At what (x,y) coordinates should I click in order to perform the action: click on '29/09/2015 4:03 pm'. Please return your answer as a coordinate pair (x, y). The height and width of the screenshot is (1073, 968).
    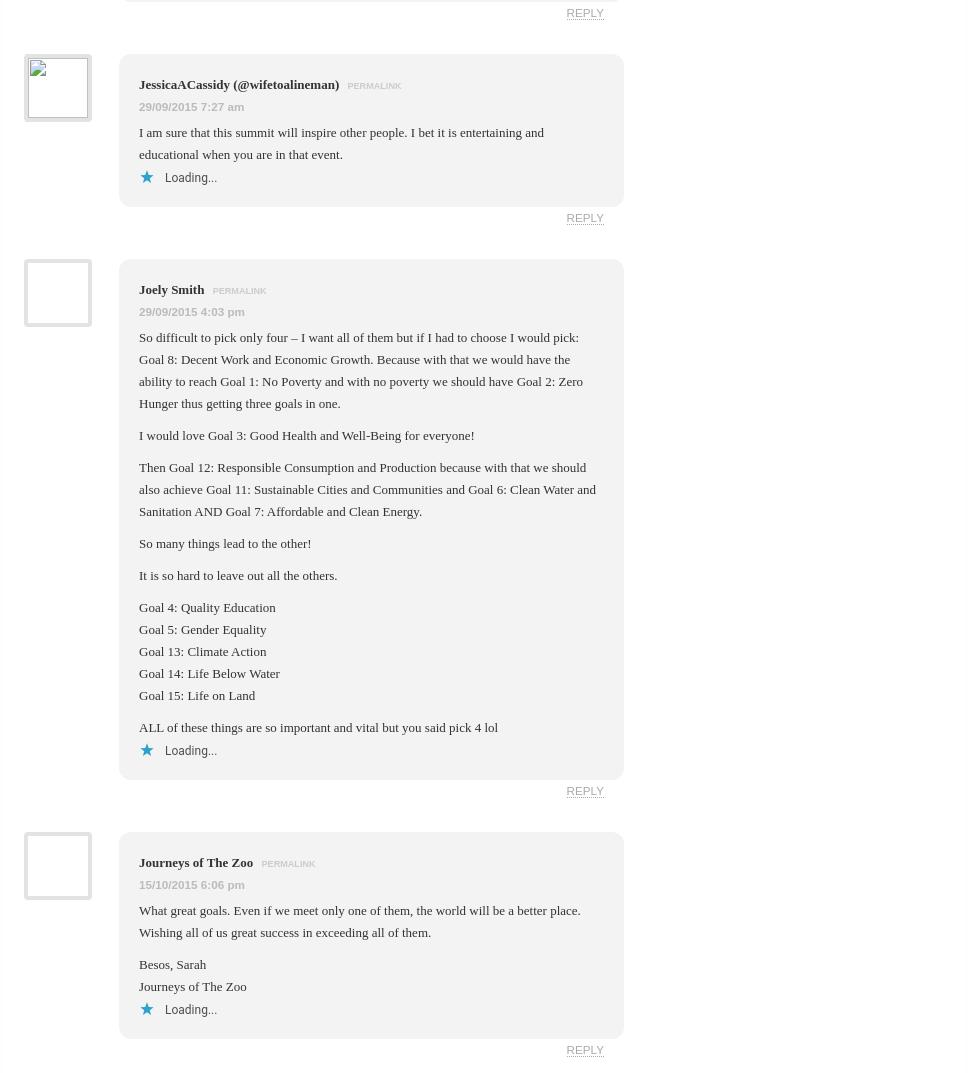
    Looking at the image, I should click on (191, 310).